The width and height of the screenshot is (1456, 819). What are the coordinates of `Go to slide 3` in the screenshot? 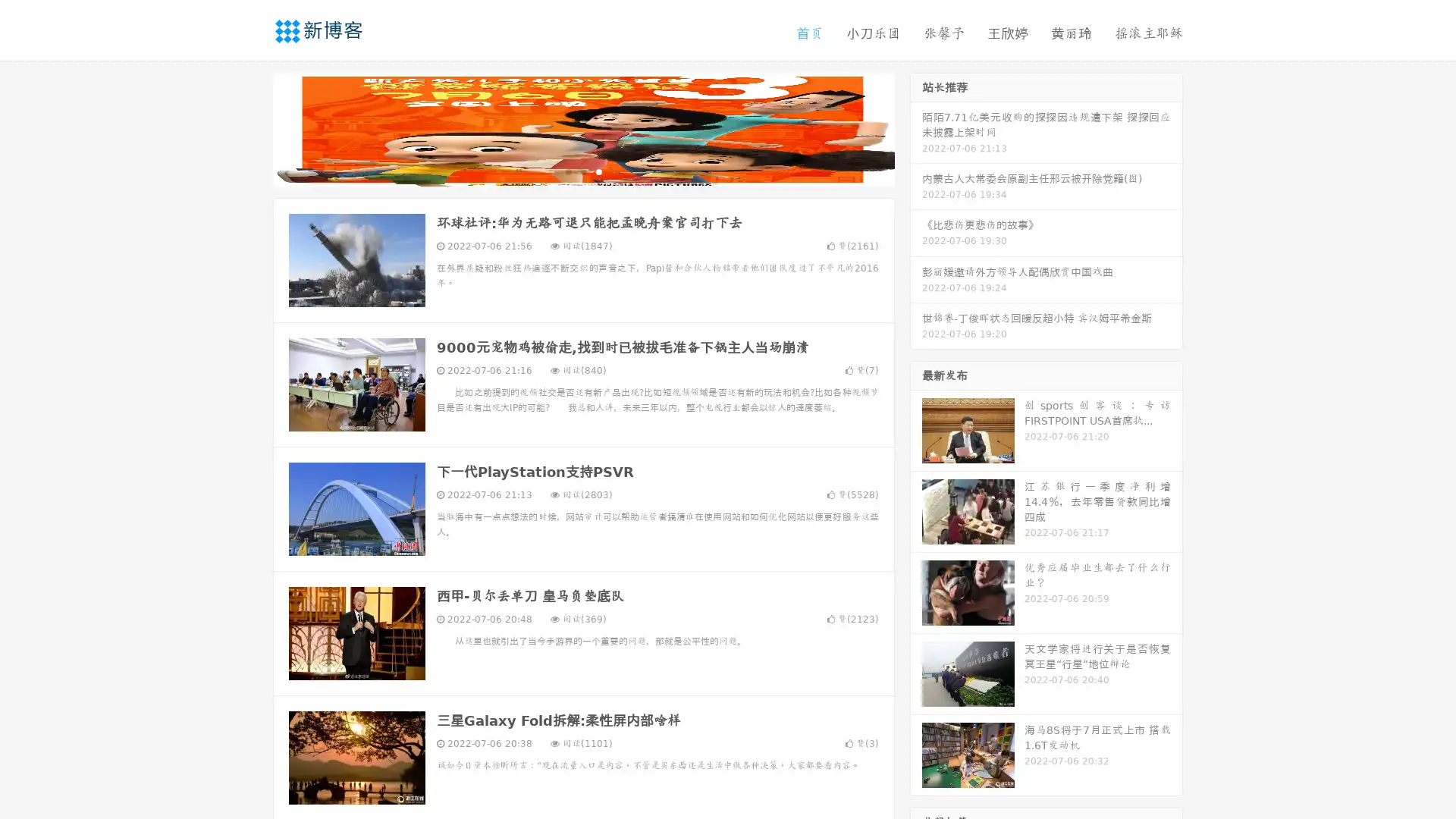 It's located at (598, 171).